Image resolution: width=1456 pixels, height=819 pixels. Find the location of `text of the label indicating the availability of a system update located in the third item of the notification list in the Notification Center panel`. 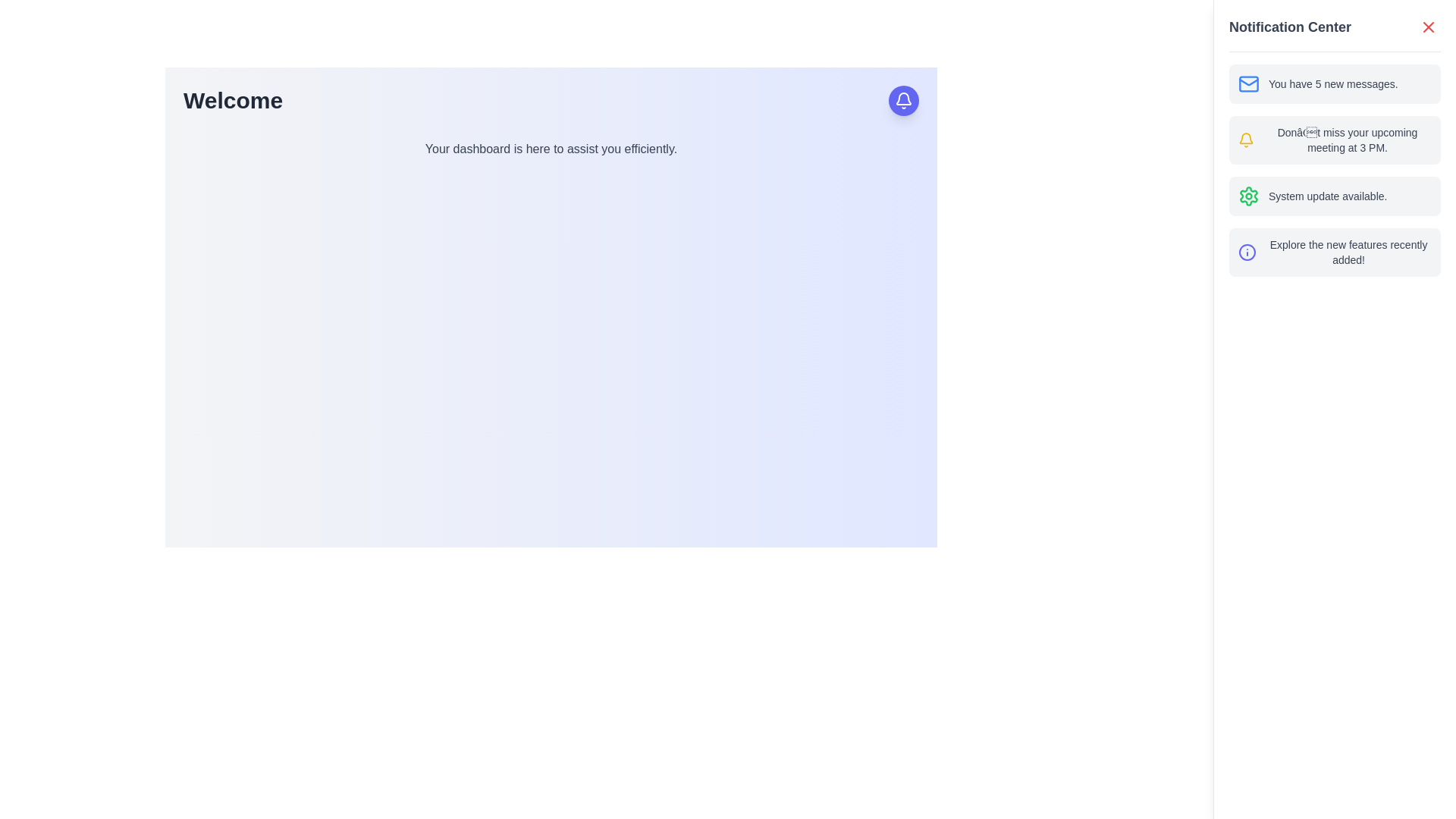

text of the label indicating the availability of a system update located in the third item of the notification list in the Notification Center panel is located at coordinates (1327, 195).